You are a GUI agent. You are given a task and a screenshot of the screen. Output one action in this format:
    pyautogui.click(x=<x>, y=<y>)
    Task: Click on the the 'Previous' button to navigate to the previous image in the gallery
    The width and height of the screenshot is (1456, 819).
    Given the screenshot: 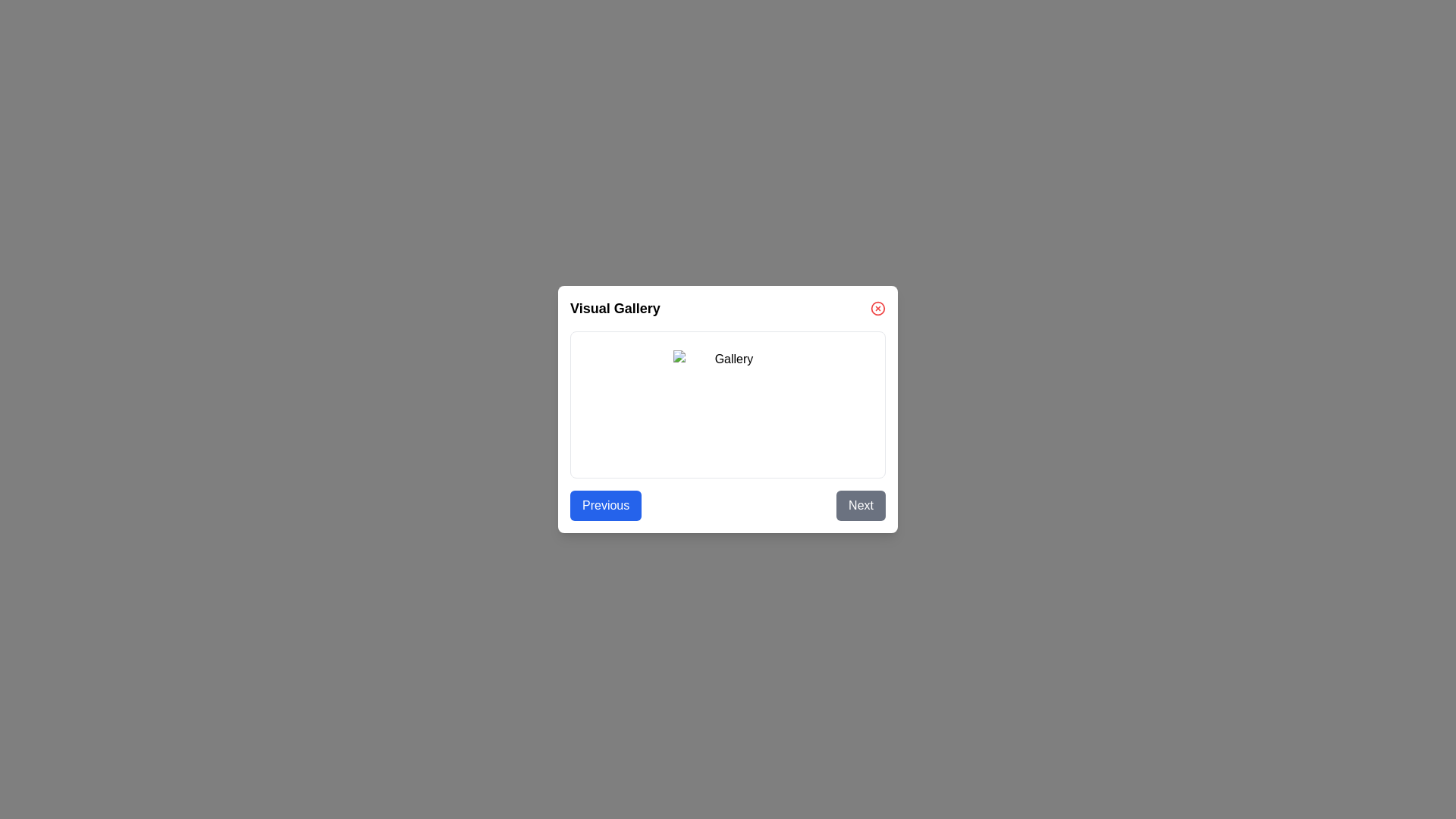 What is the action you would take?
    pyautogui.click(x=605, y=506)
    